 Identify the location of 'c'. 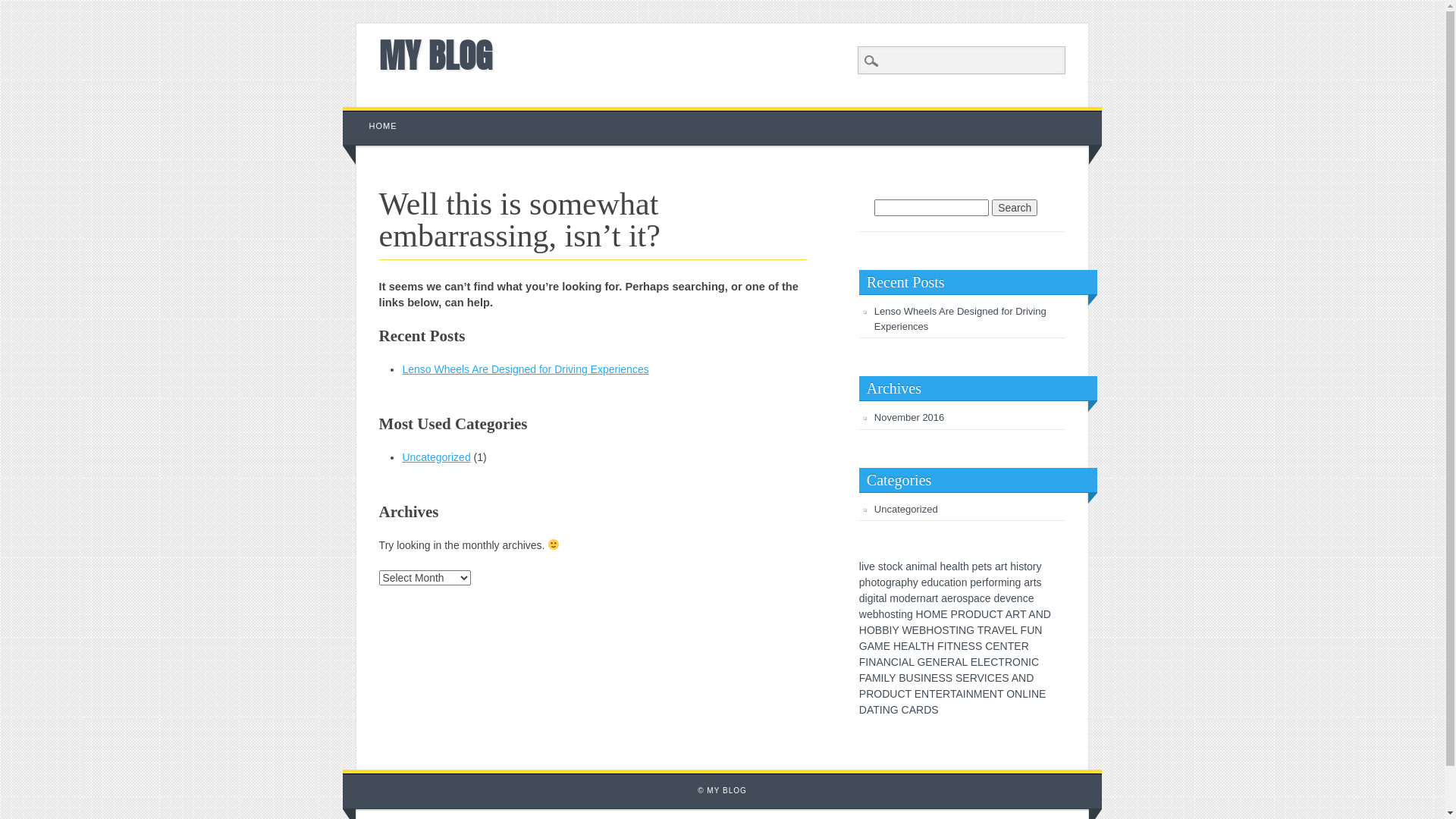
(979, 598).